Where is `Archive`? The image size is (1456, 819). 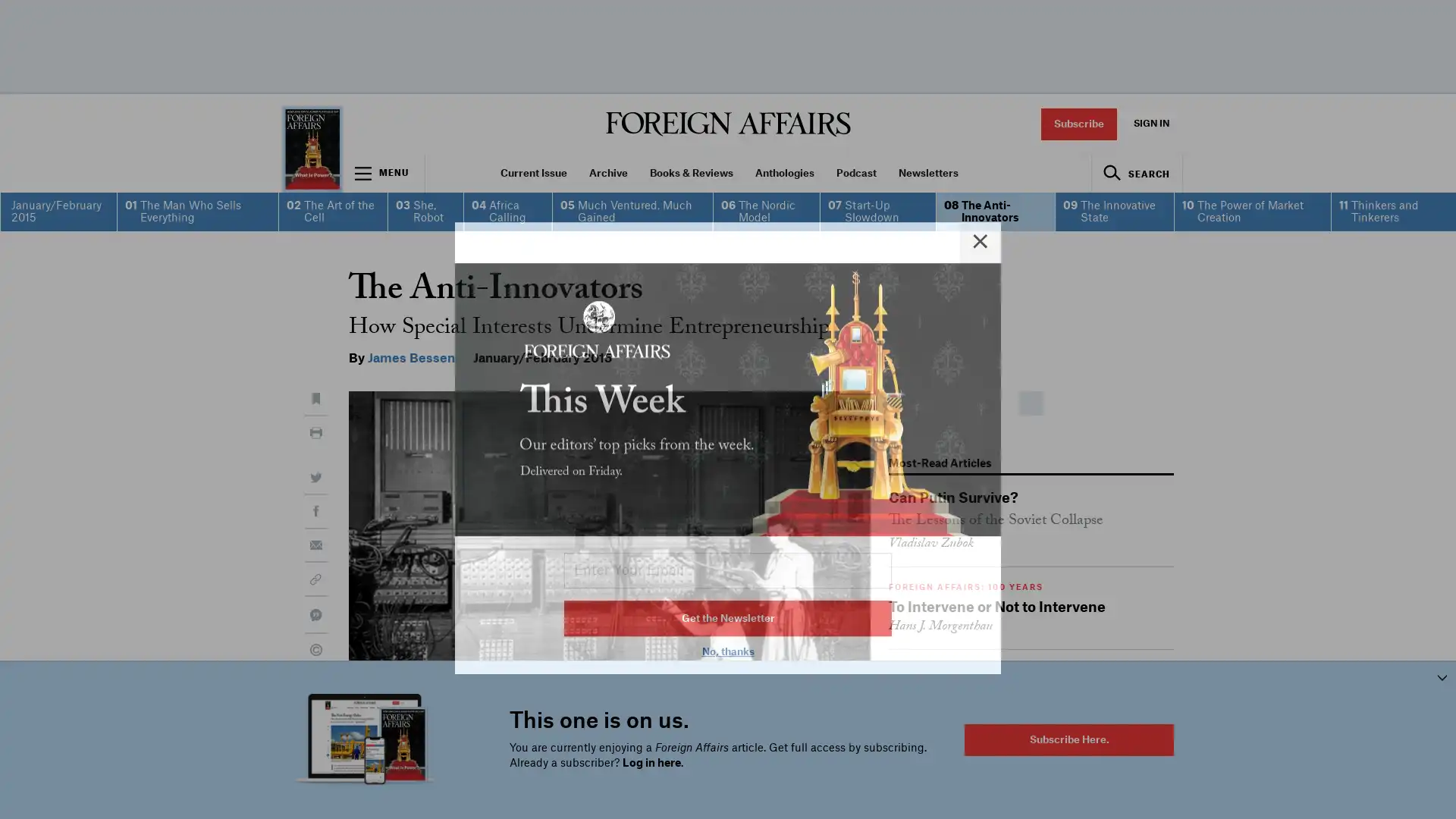 Archive is located at coordinates (607, 172).